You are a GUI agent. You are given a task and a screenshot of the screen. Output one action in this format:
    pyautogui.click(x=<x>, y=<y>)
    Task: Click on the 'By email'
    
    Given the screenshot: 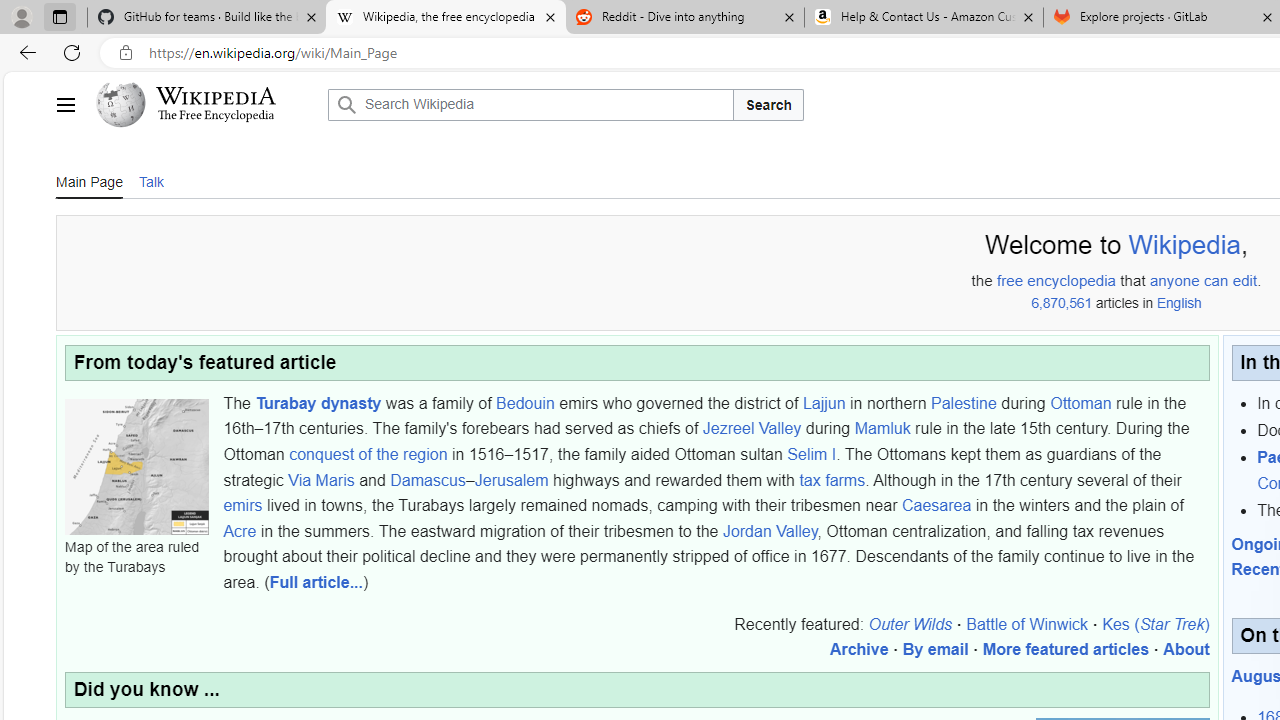 What is the action you would take?
    pyautogui.click(x=934, y=649)
    